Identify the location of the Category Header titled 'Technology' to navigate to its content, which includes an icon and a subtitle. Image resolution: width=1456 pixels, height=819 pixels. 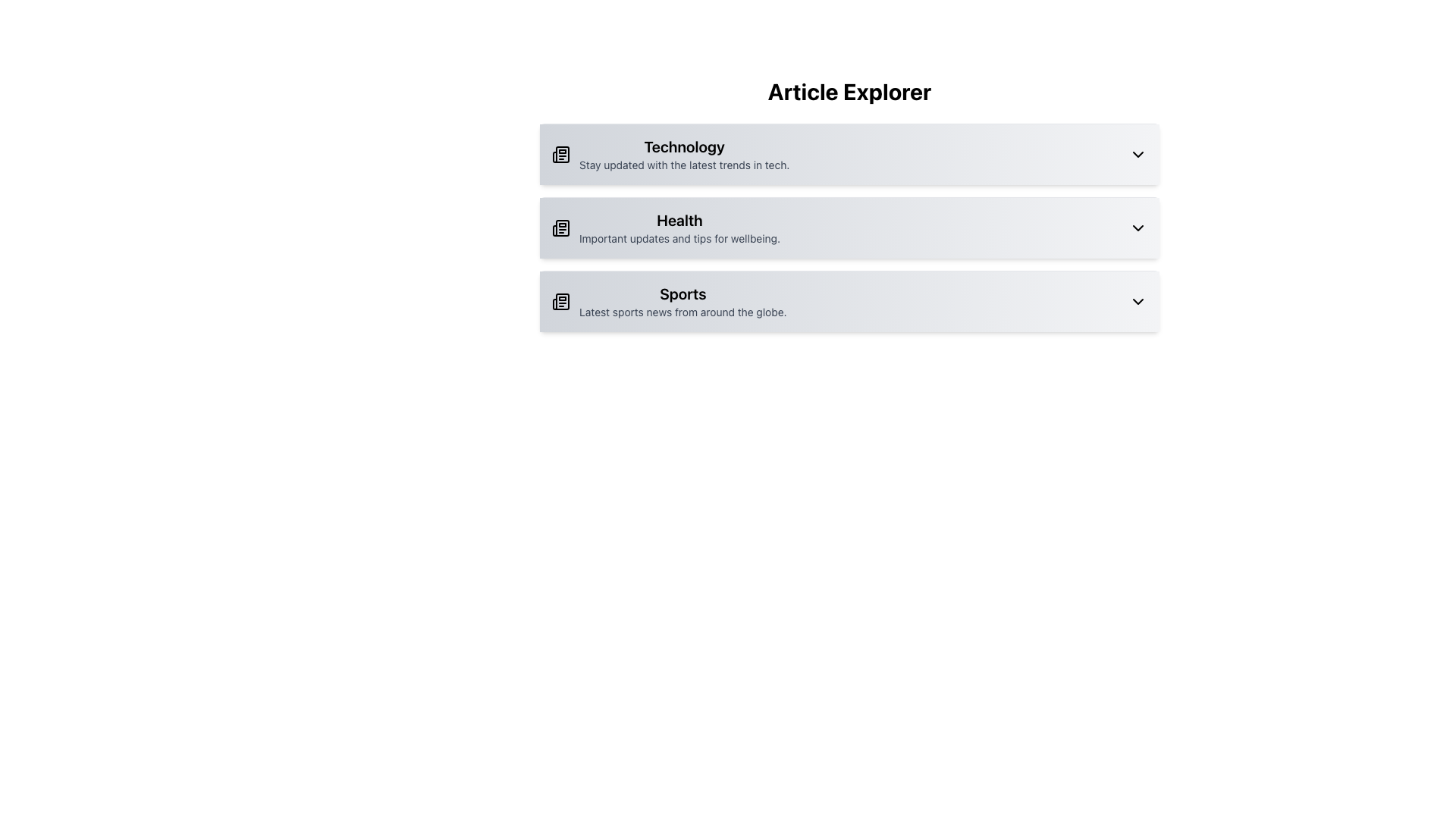
(670, 155).